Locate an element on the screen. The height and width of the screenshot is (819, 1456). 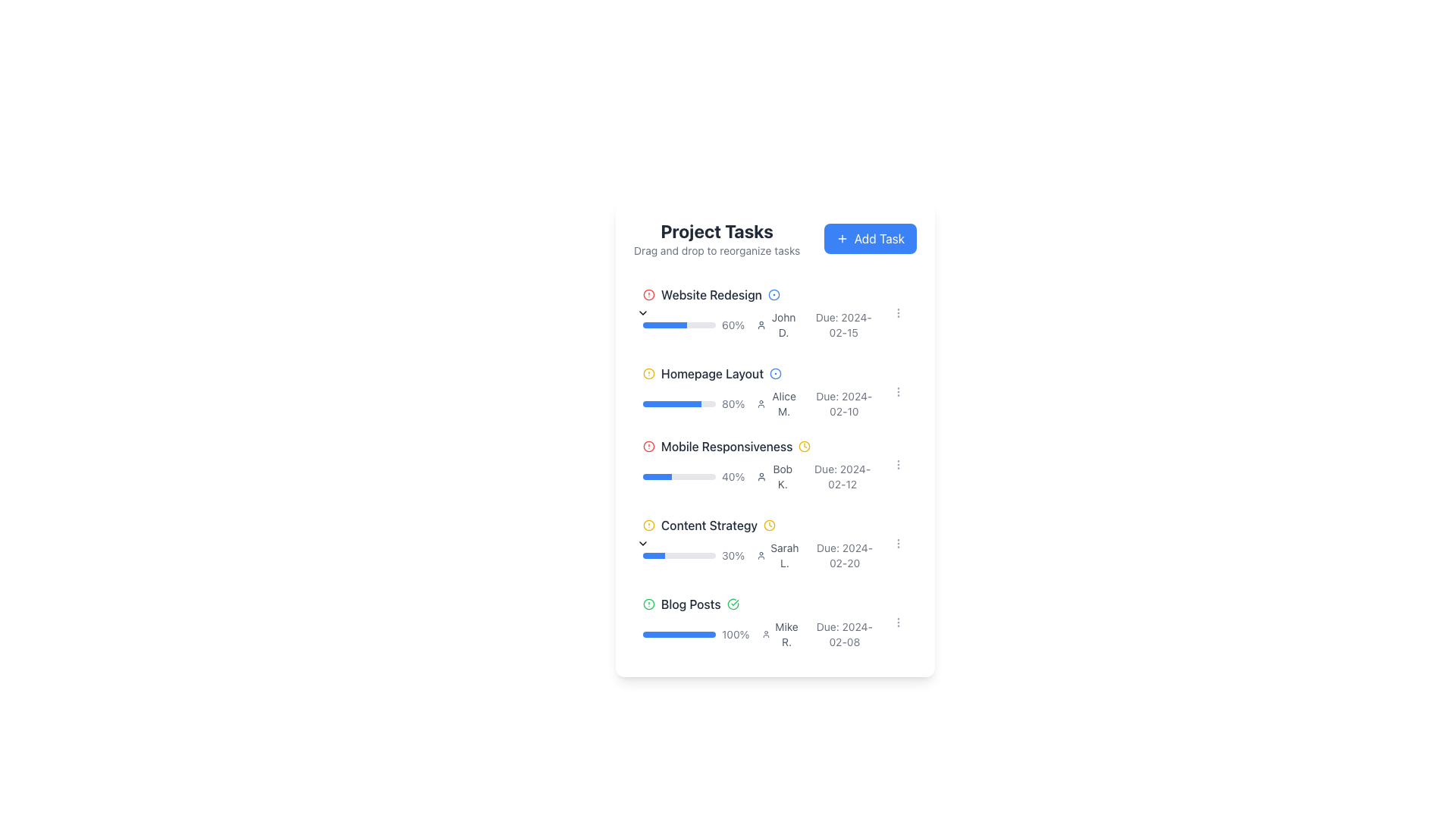
the fill level of the Progress bar indicating the completion of the 'Blog Posts' task, which is fully completed and located to the left of the text '100%' is located at coordinates (679, 635).